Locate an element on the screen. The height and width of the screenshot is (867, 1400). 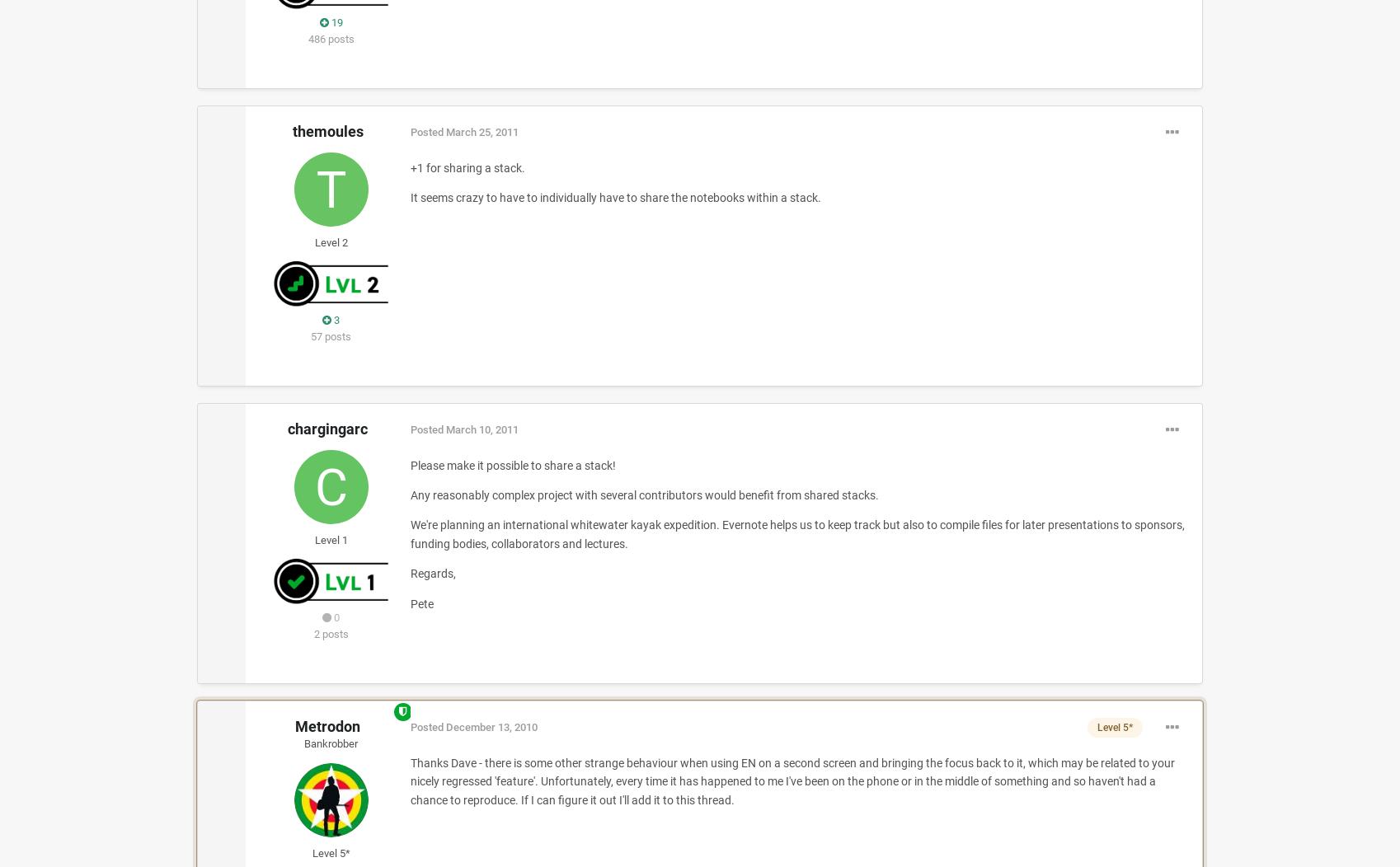
'themoules' is located at coordinates (327, 129).